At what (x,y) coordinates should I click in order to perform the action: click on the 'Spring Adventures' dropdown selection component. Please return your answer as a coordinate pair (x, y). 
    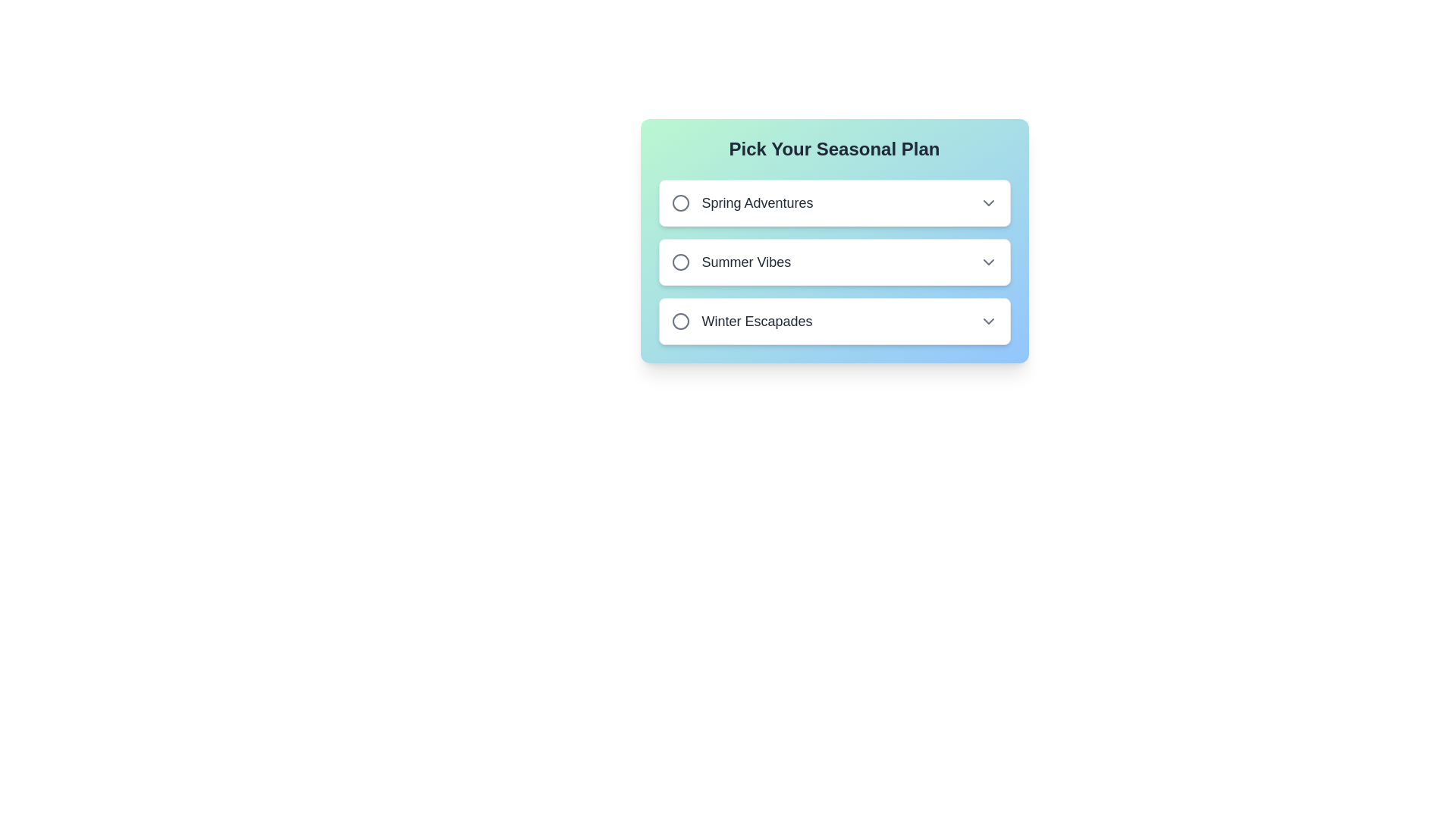
    Looking at the image, I should click on (833, 202).